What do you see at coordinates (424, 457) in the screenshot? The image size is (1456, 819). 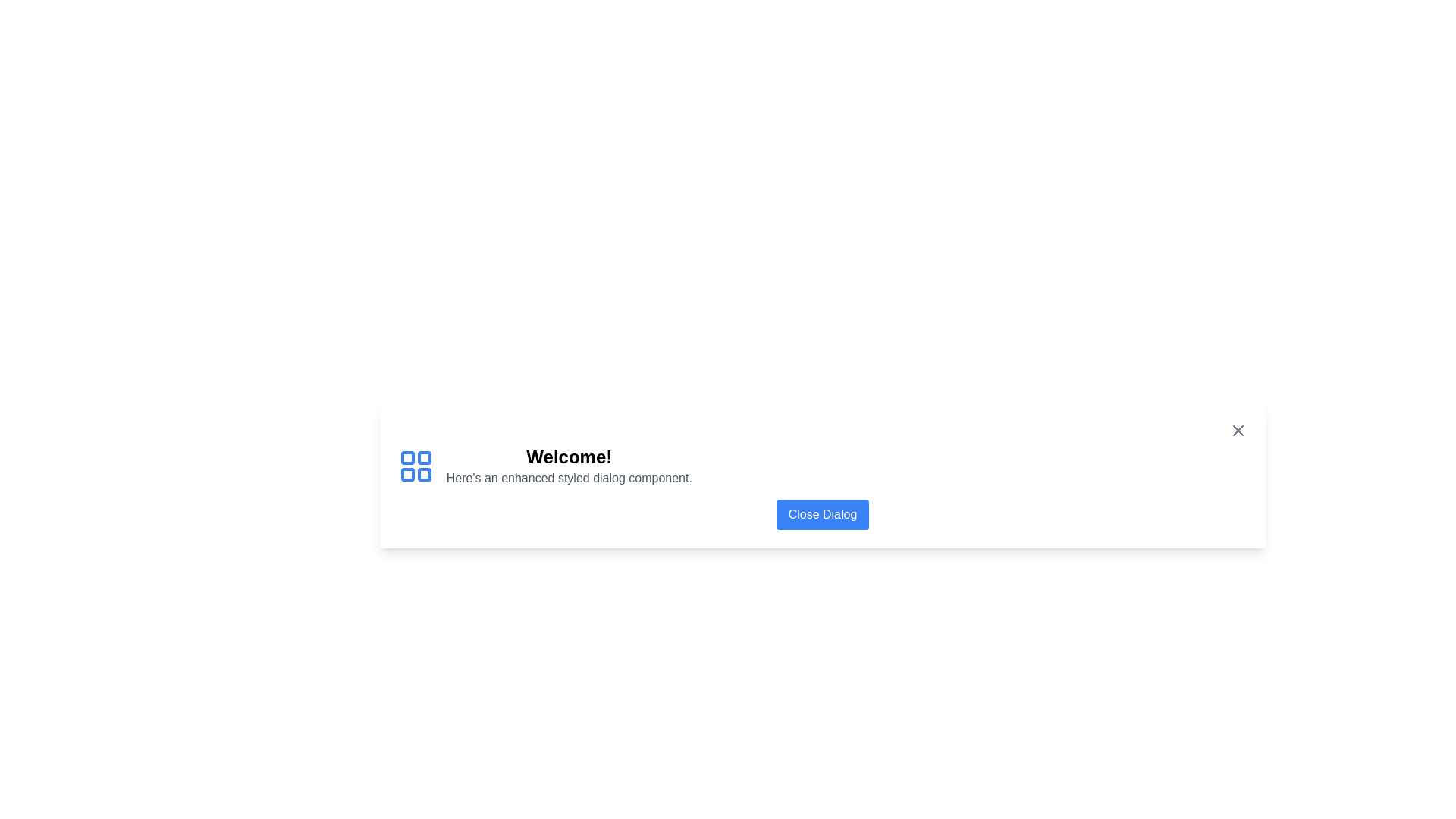 I see `the small square with rounded corners in the SVG element, which is the second square in a 2x2 grid, located to the left of the 'Welcome!' header` at bounding box center [424, 457].